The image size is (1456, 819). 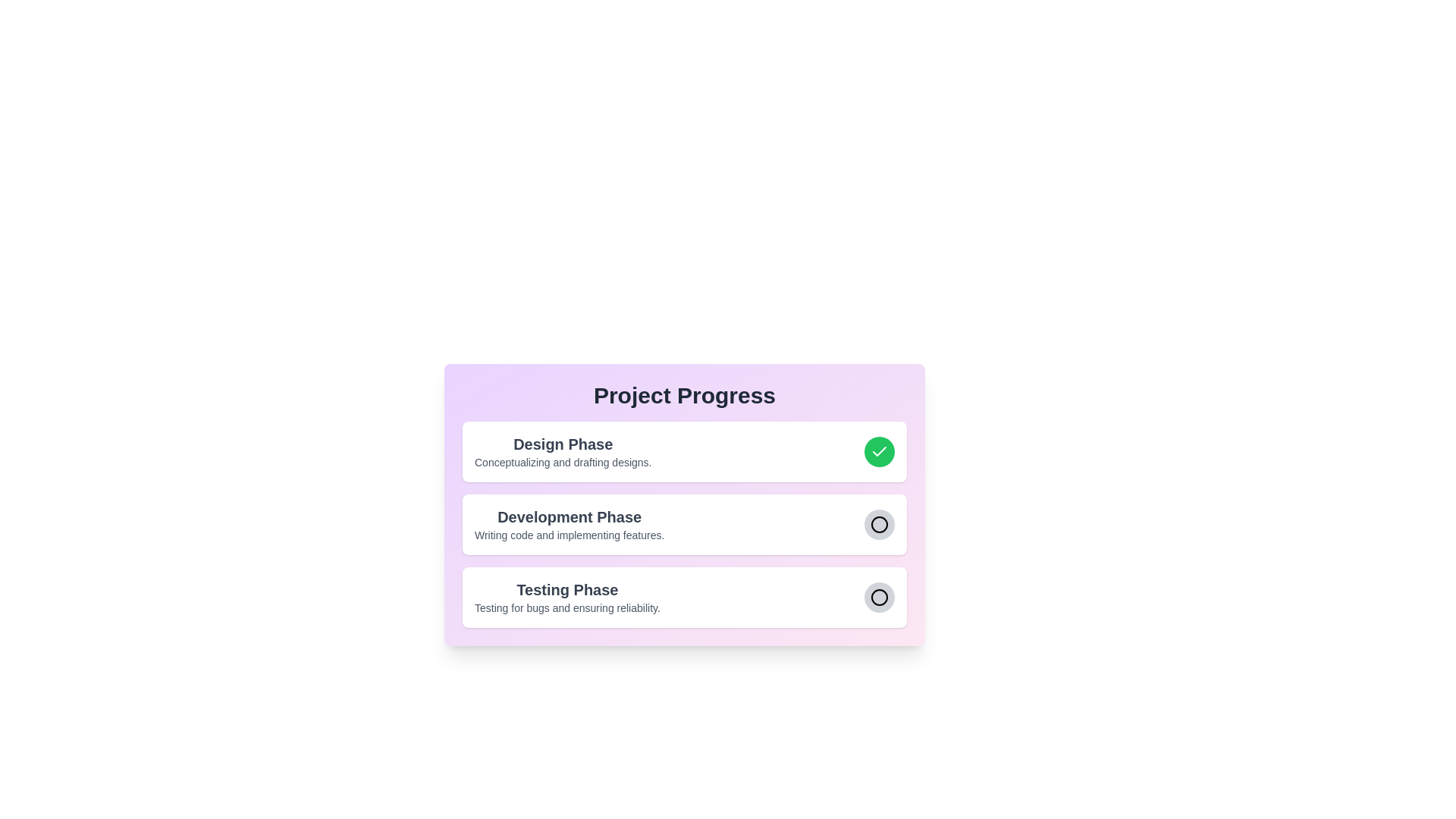 I want to click on the radio button located in the 'Development Phase' section of the progress list, which is circular with a gray background and a black outline, indicating it is in a deselected state, so click(x=880, y=523).